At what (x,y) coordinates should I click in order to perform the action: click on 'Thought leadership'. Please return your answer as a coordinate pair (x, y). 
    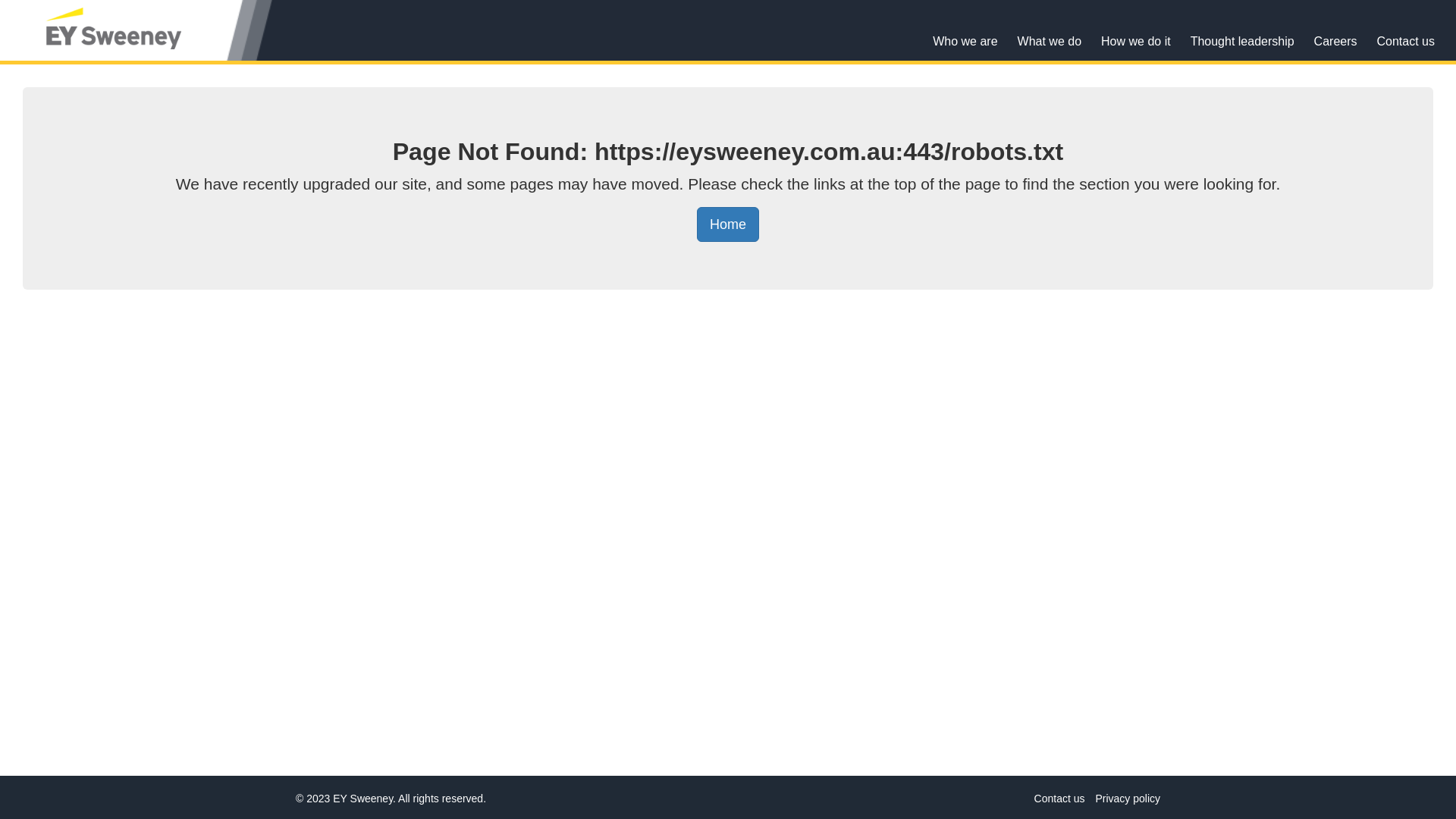
    Looking at the image, I should click on (1242, 40).